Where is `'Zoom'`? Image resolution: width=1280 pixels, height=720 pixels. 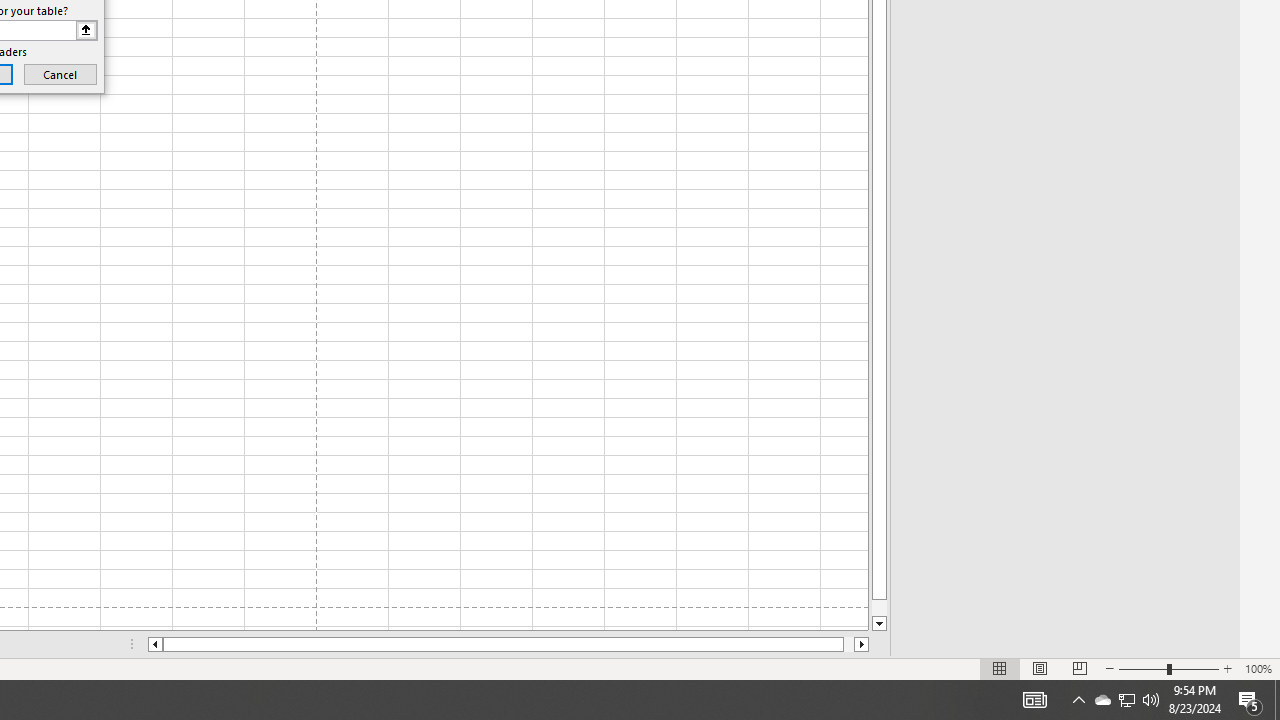 'Zoom' is located at coordinates (1168, 669).